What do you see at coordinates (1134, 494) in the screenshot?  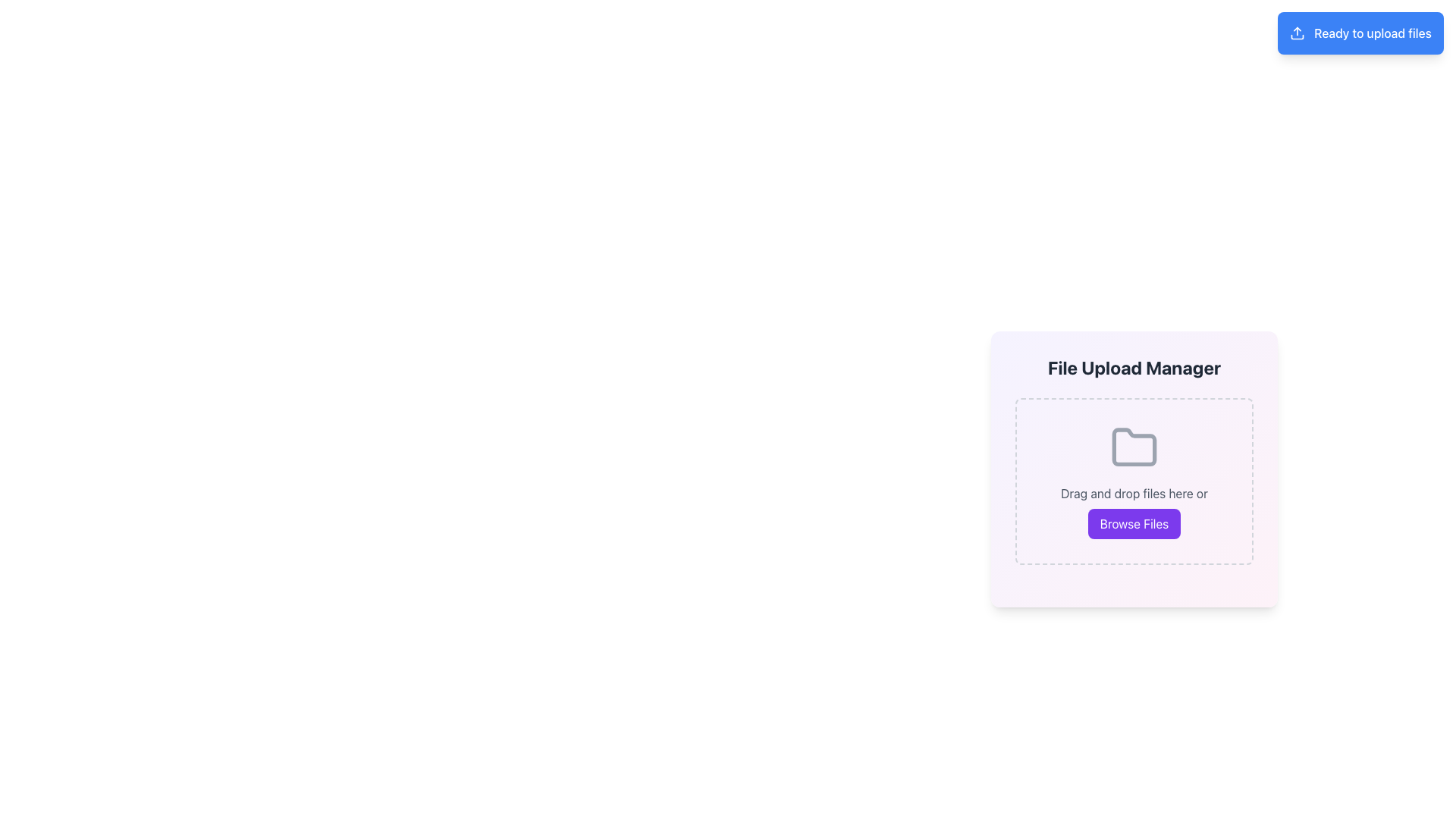 I see `the text label that provides user instructions for uploading files, which is positioned below the folder icon and above the 'Browse Files' button` at bounding box center [1134, 494].